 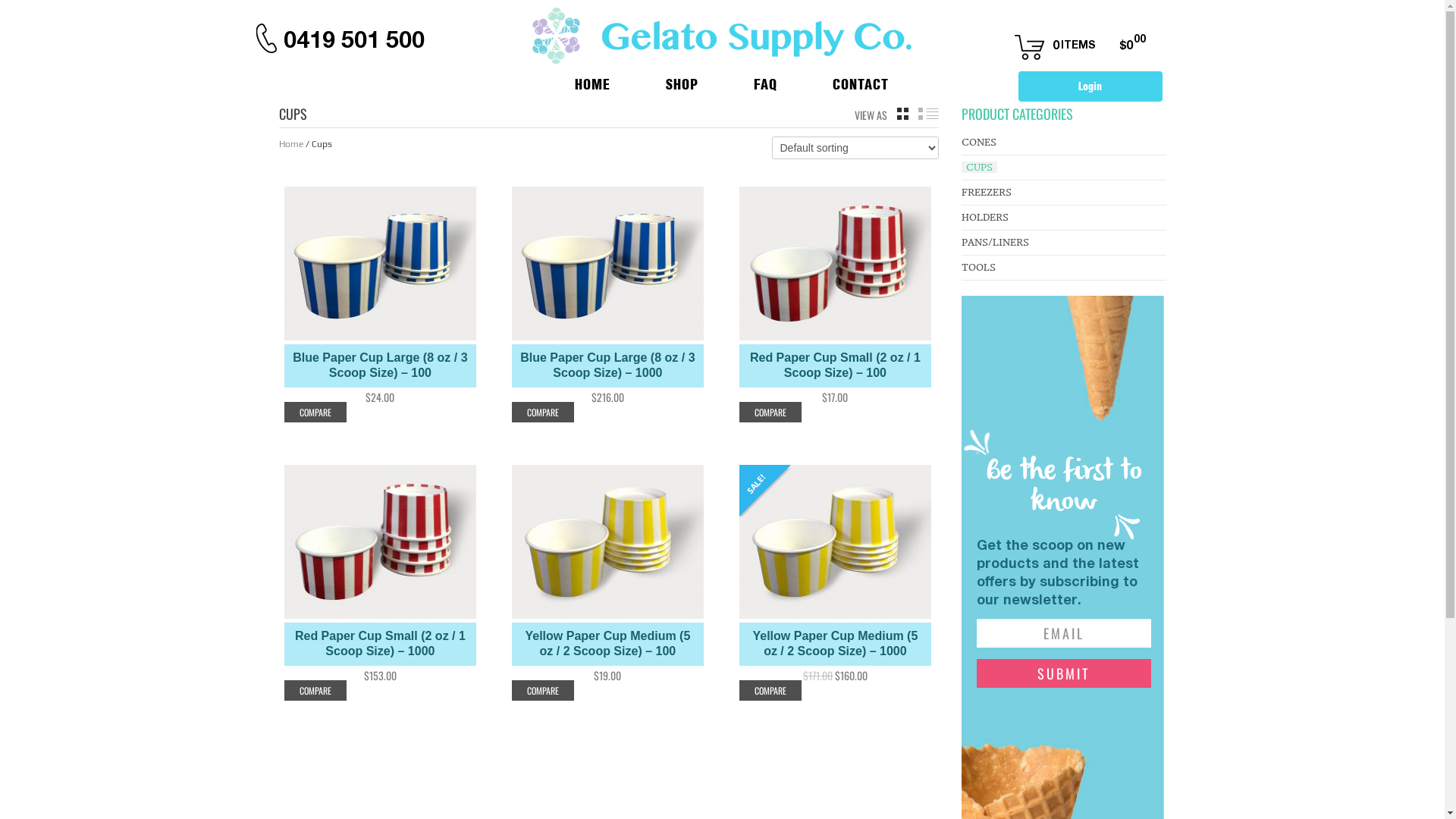 What do you see at coordinates (711, 83) in the screenshot?
I see `'FAQ'` at bounding box center [711, 83].